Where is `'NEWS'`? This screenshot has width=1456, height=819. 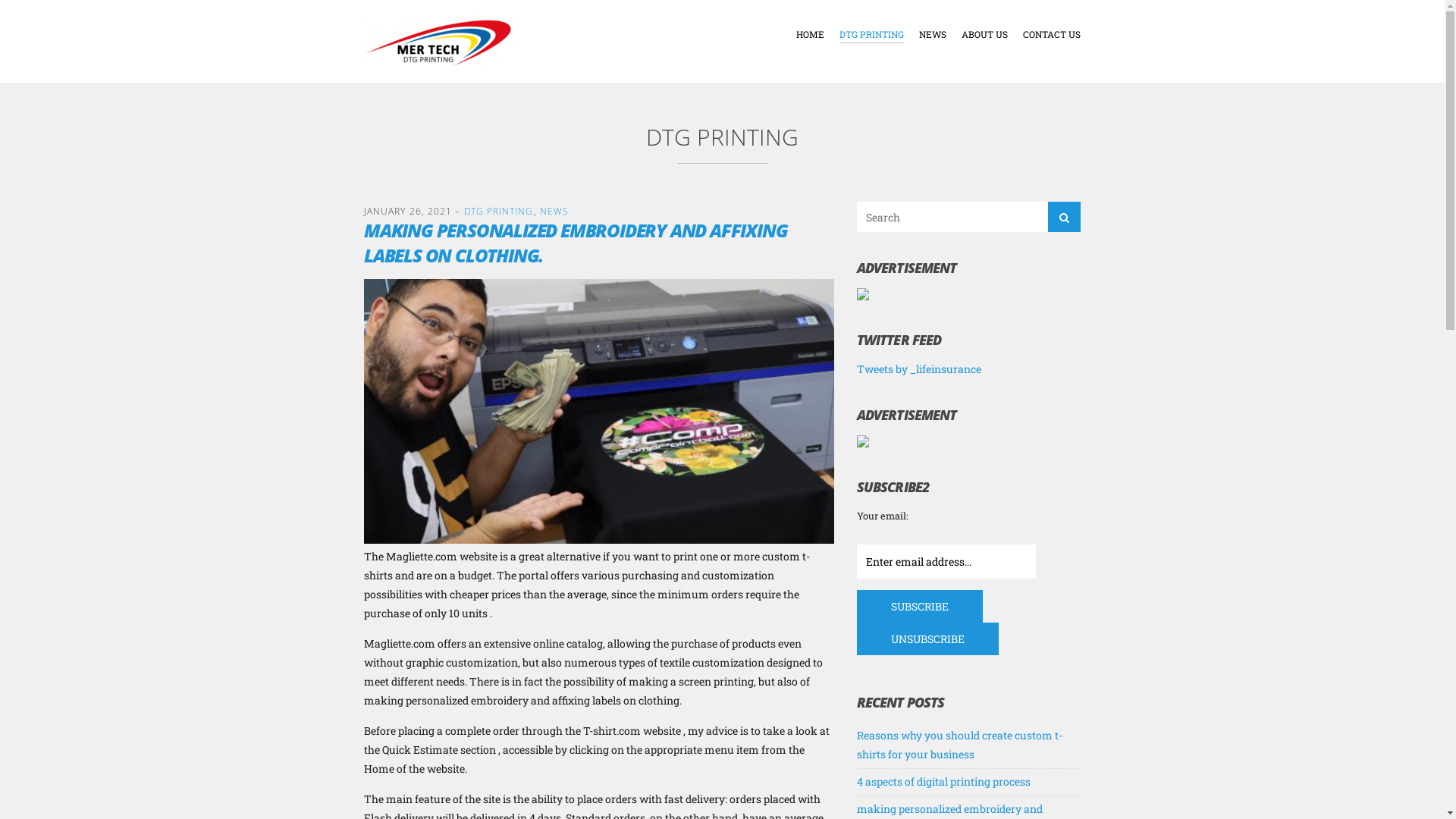
'NEWS' is located at coordinates (553, 211).